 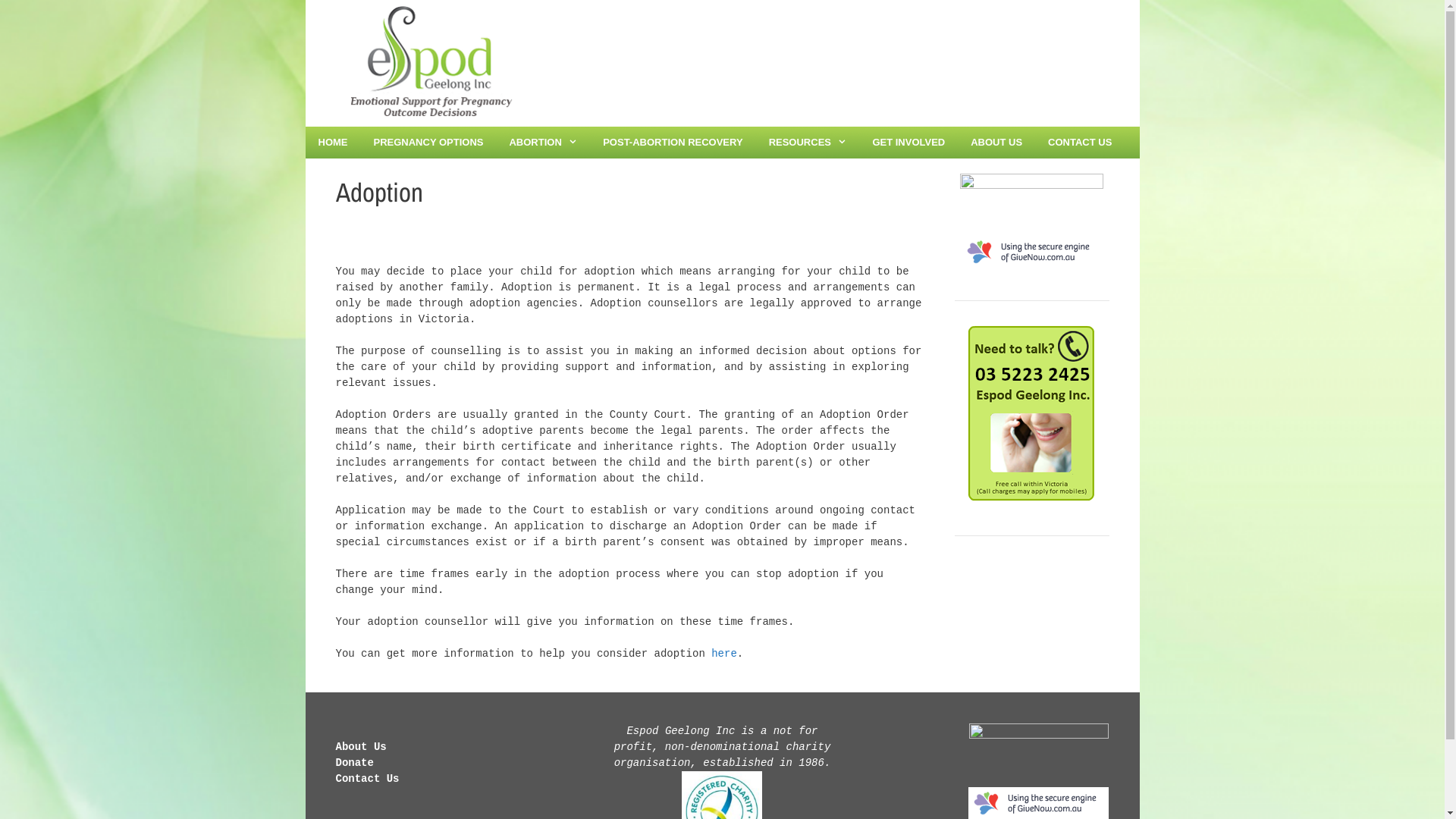 I want to click on 'ABORTION', so click(x=542, y=143).